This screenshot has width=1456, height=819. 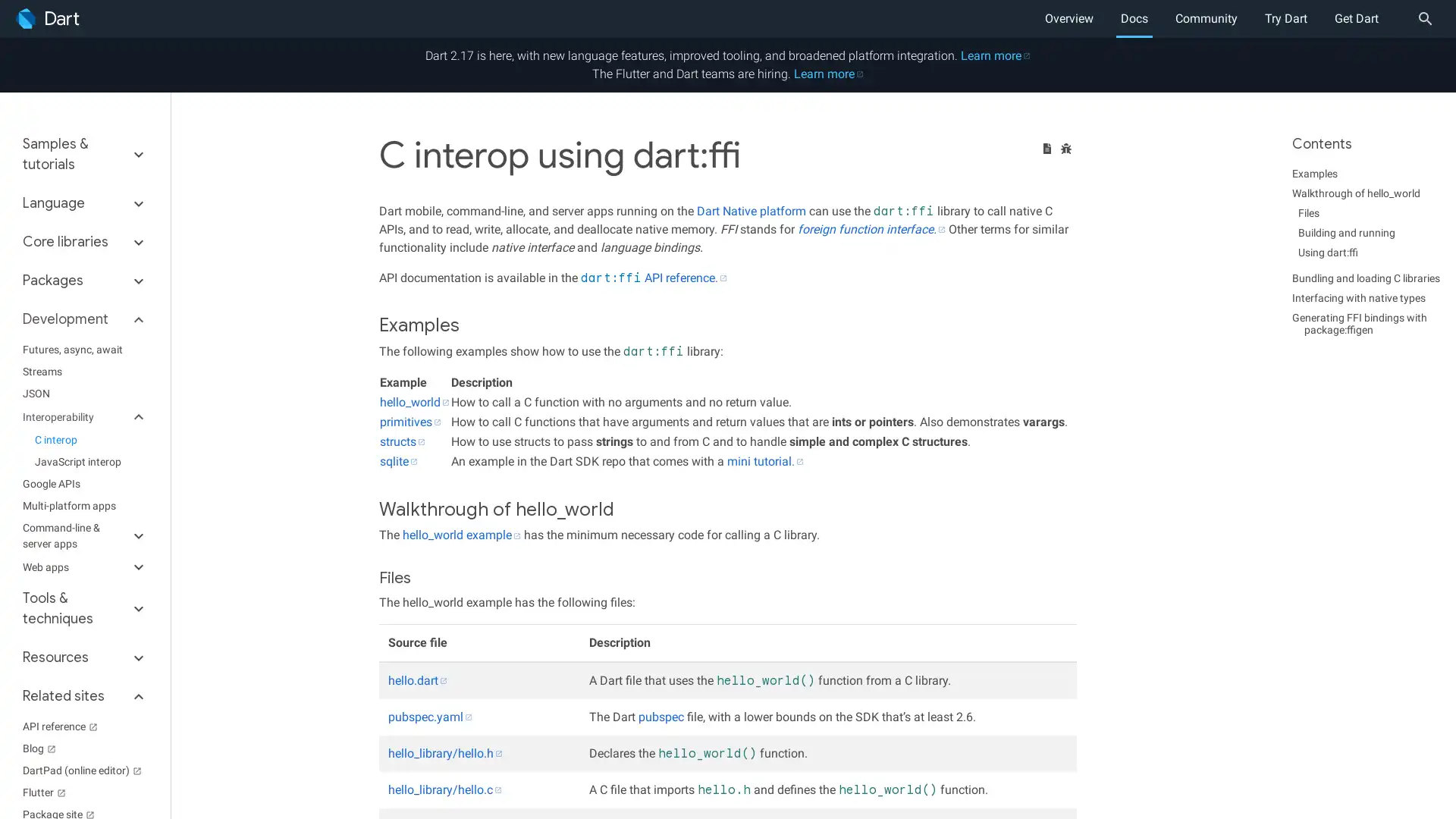 I want to click on Tools & techniques keyboard_arrow_down, so click(x=84, y=607).